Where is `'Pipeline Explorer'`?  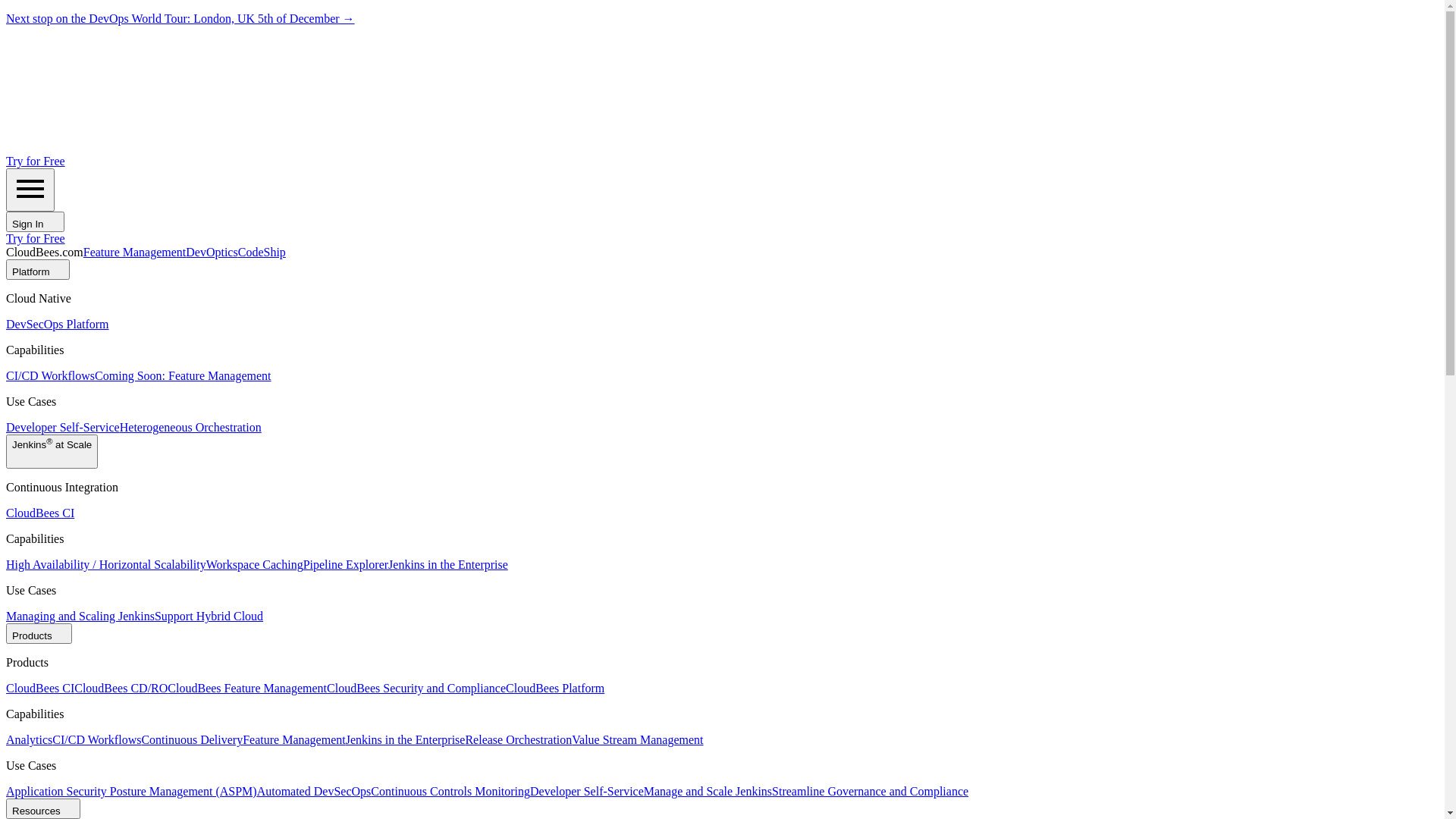 'Pipeline Explorer' is located at coordinates (303, 564).